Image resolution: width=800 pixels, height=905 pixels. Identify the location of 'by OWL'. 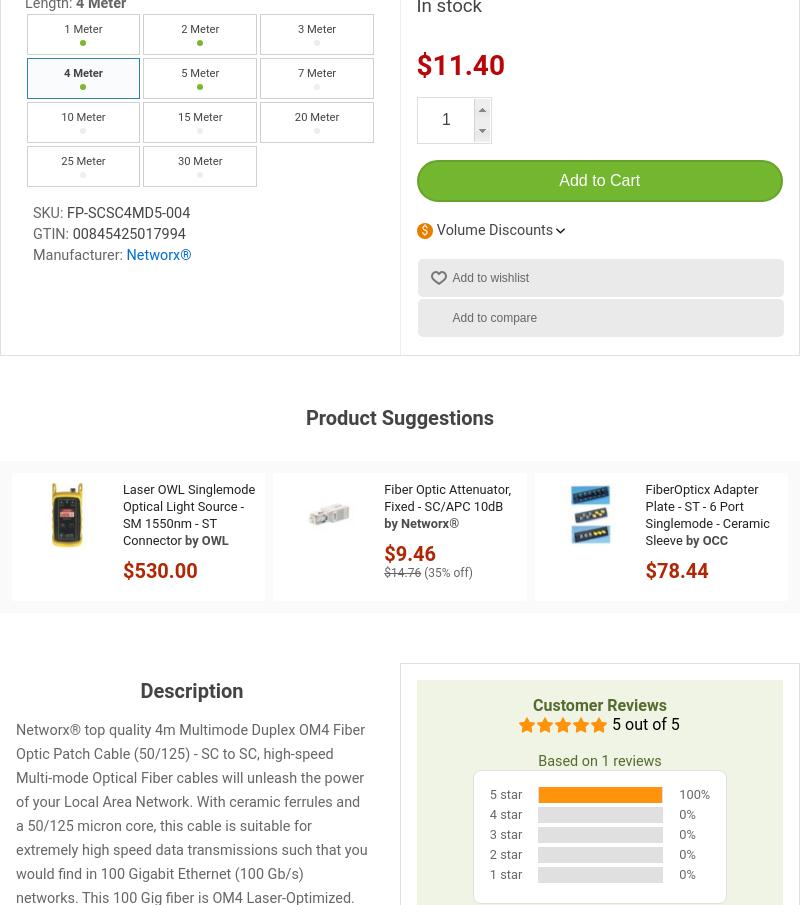
(206, 538).